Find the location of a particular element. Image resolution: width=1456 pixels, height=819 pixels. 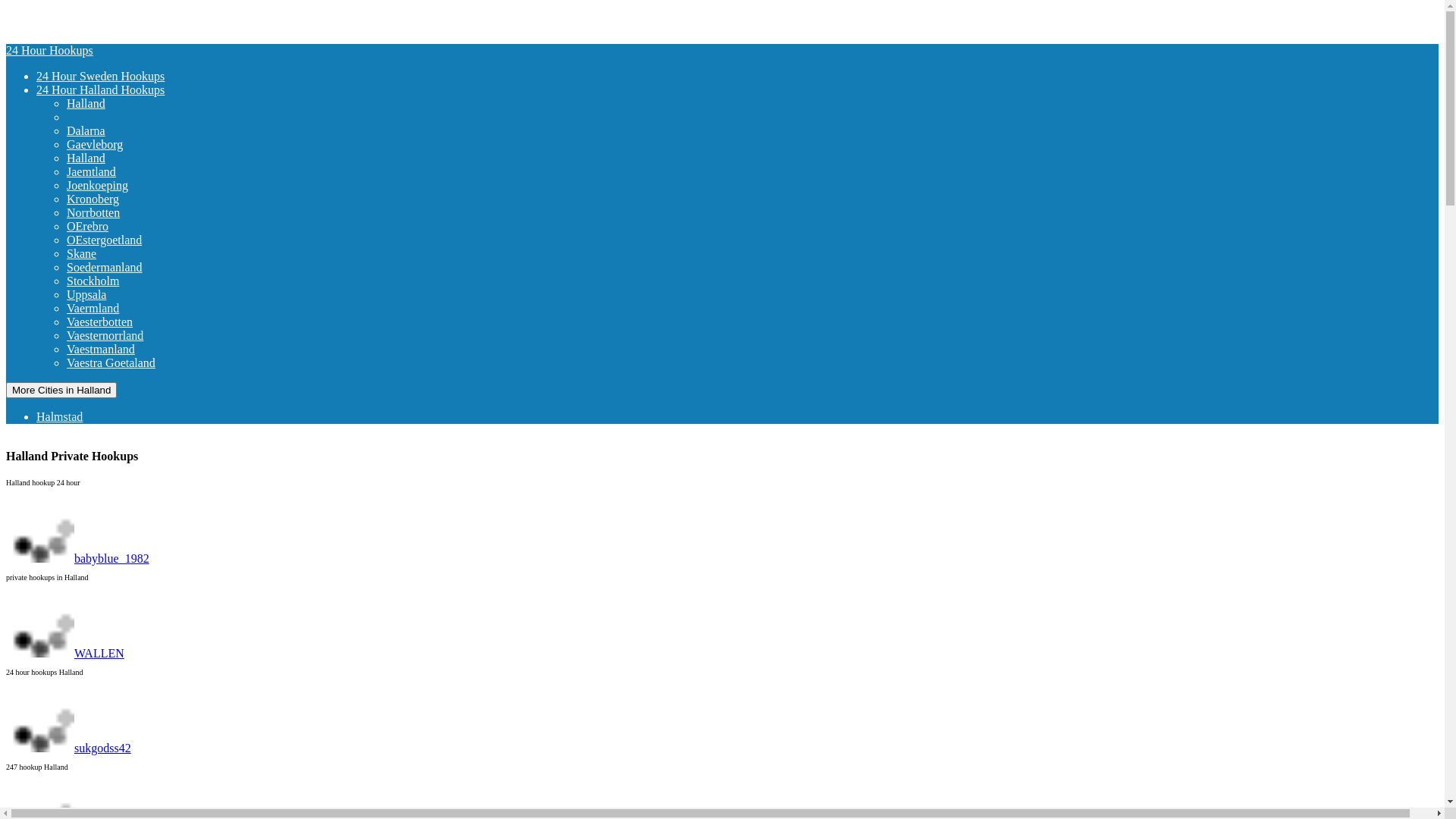

'24 Hour Halland Hookups' is located at coordinates (99, 89).